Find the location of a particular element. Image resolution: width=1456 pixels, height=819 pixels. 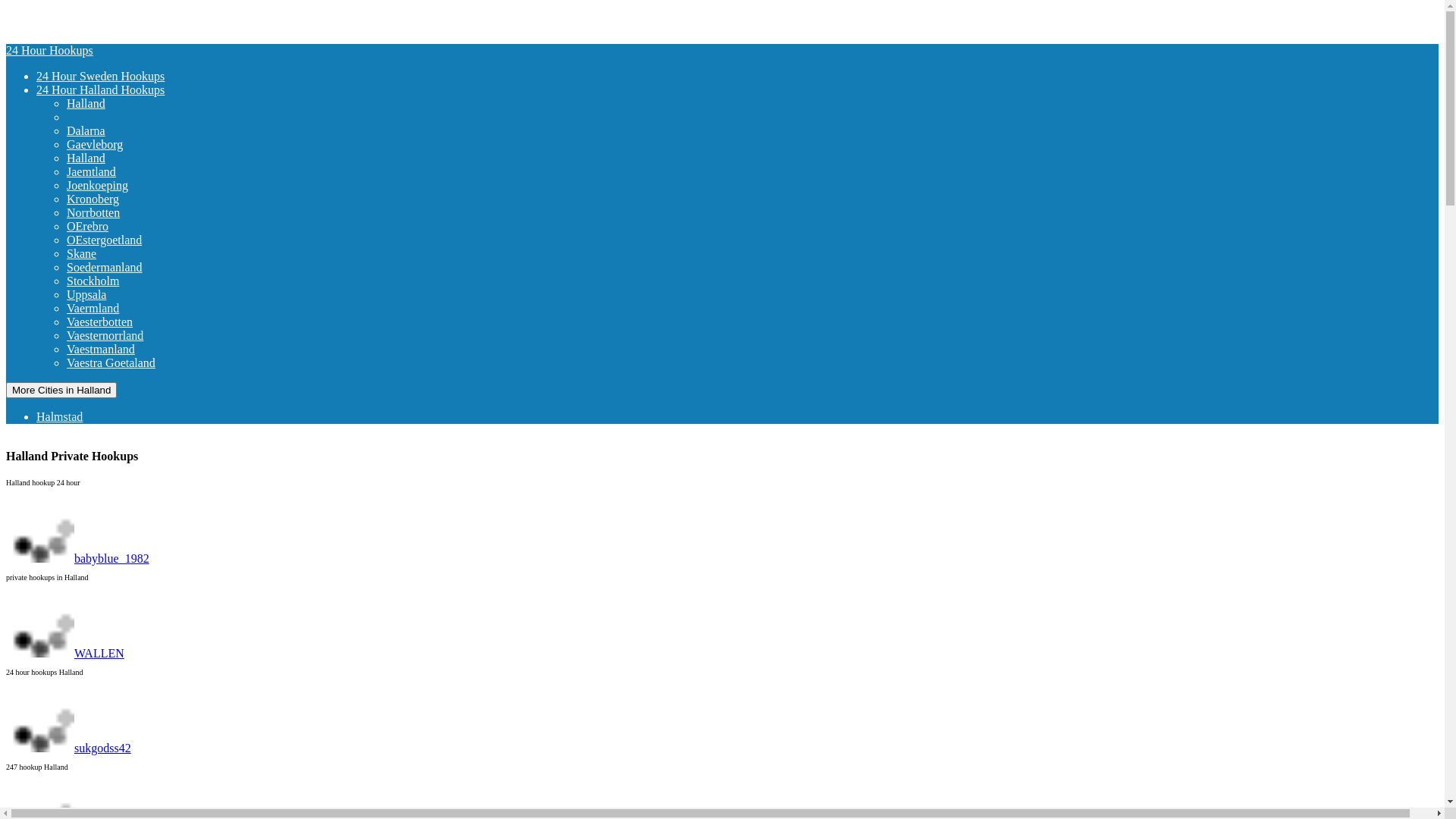

'24 Hour Halland Hookups' is located at coordinates (99, 89).